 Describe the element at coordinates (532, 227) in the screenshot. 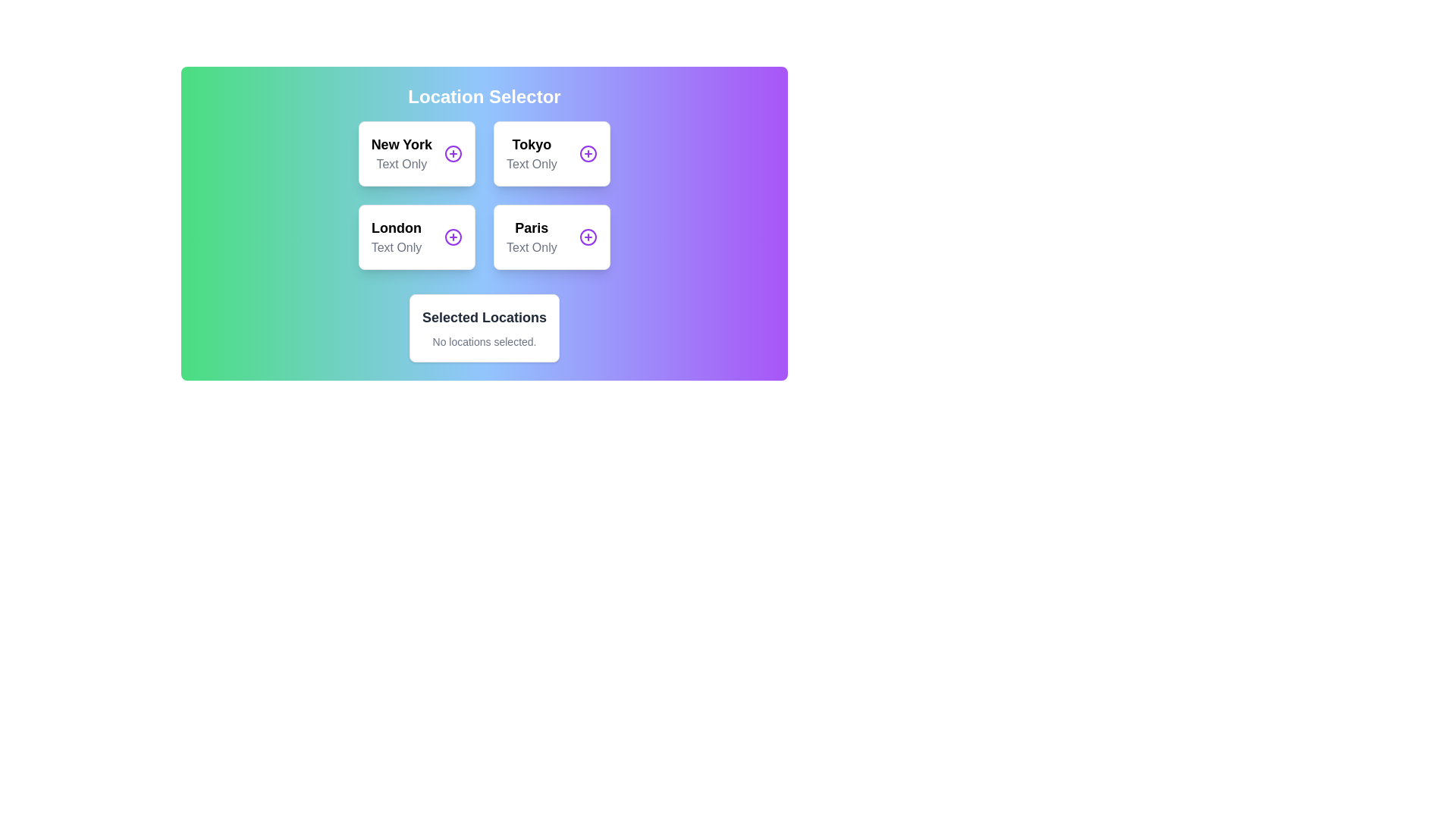

I see `the 'Paris' name label in the Location Selector section, which is positioned between 'London' and a '+' button` at that location.